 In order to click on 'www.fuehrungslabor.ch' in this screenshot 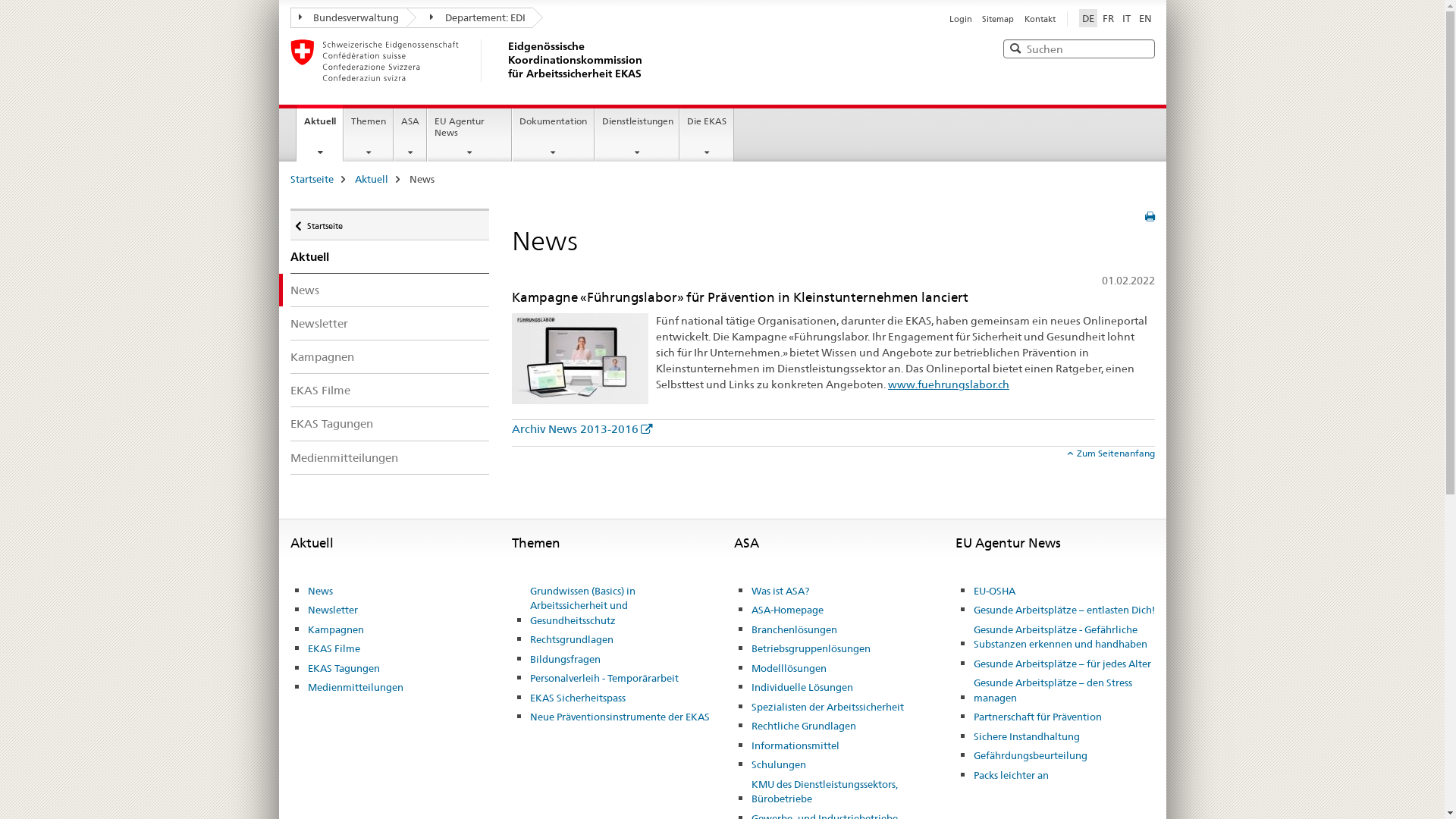, I will do `click(888, 383)`.